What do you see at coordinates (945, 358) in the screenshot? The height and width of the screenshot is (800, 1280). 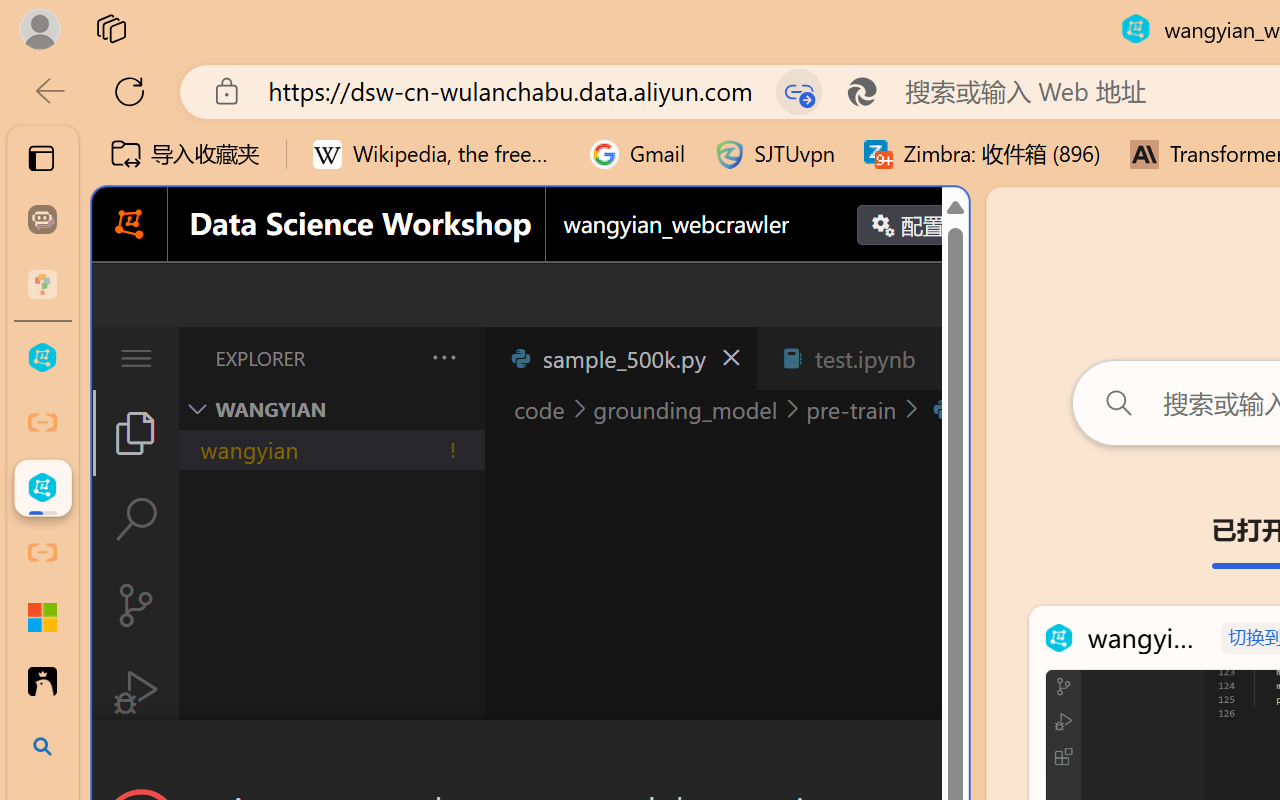 I see `'Close (Ctrl+F4)'` at bounding box center [945, 358].